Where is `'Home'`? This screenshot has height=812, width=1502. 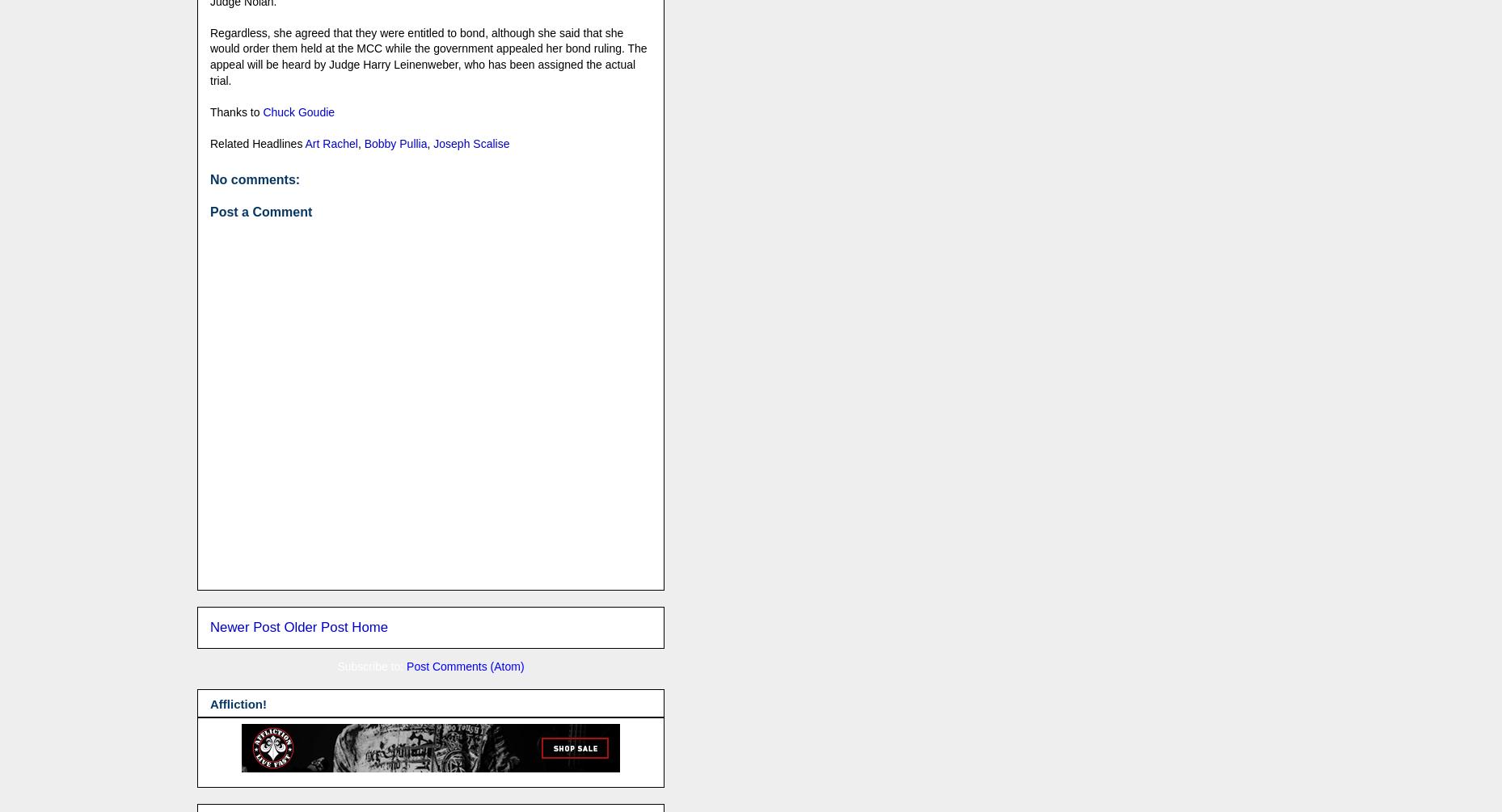 'Home' is located at coordinates (369, 626).